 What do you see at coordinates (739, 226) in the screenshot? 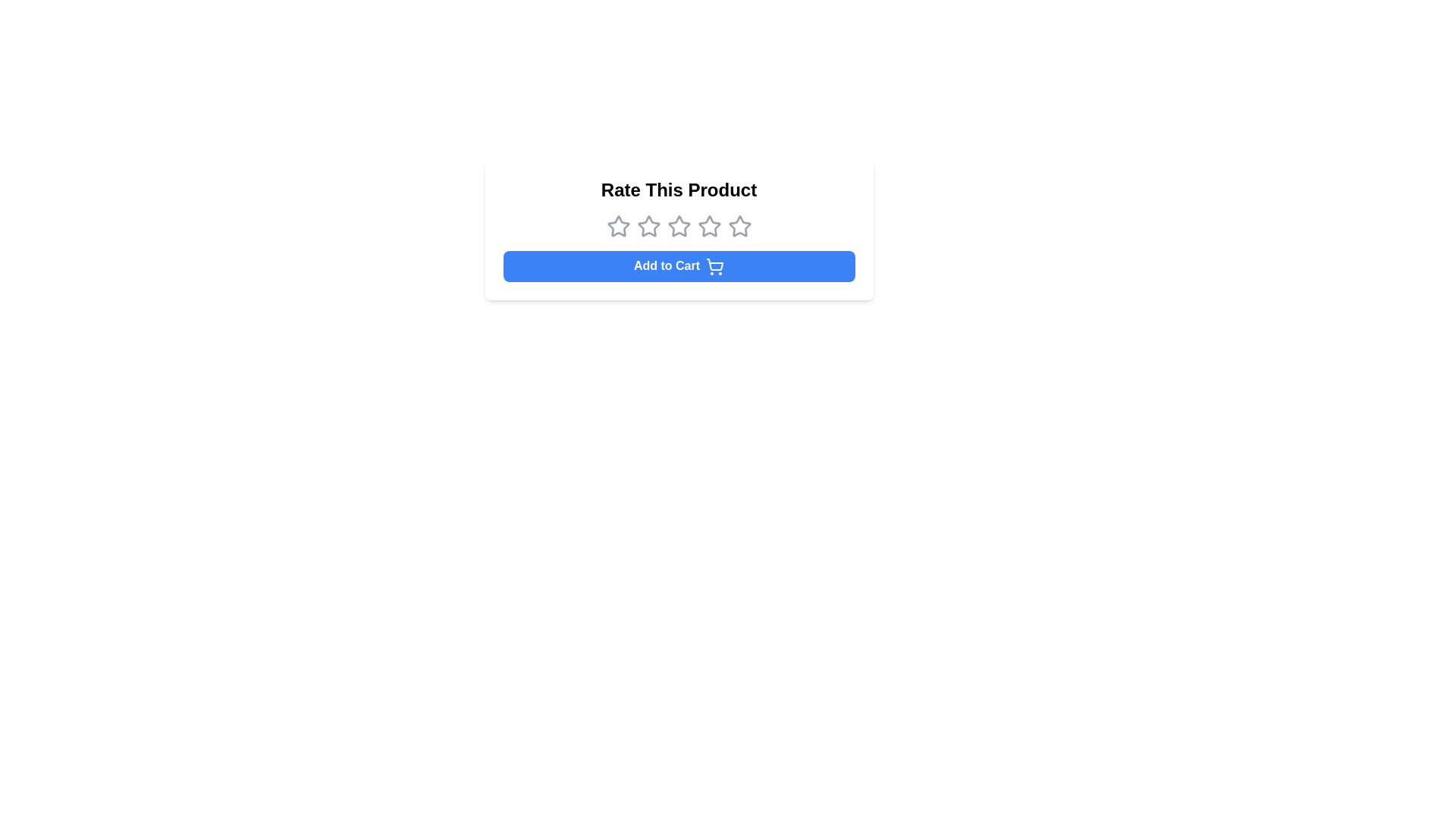
I see `the fifth star icon in the row of five stars` at bounding box center [739, 226].